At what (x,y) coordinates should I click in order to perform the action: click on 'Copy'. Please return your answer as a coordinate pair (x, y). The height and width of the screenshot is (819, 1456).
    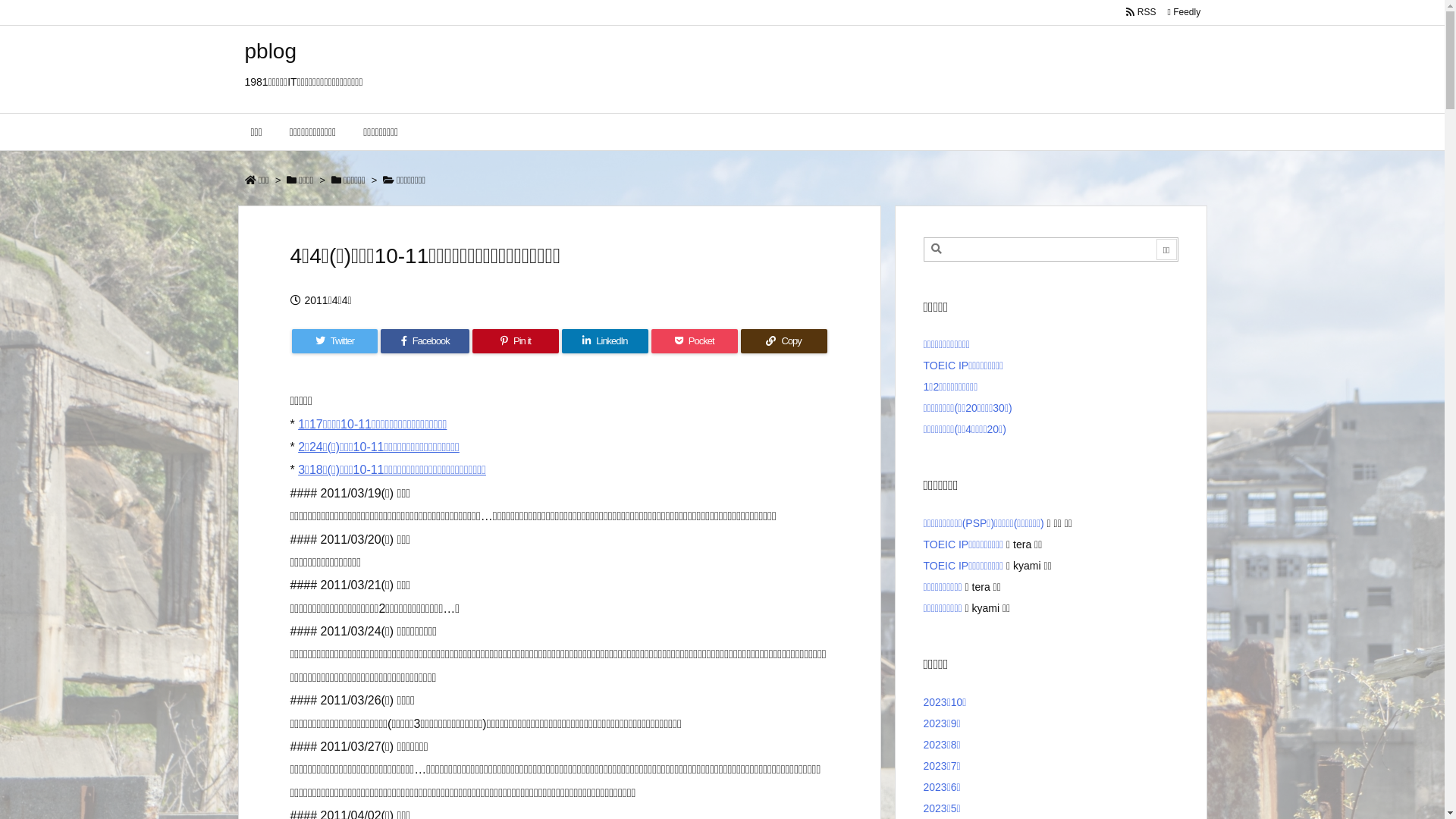
    Looking at the image, I should click on (741, 341).